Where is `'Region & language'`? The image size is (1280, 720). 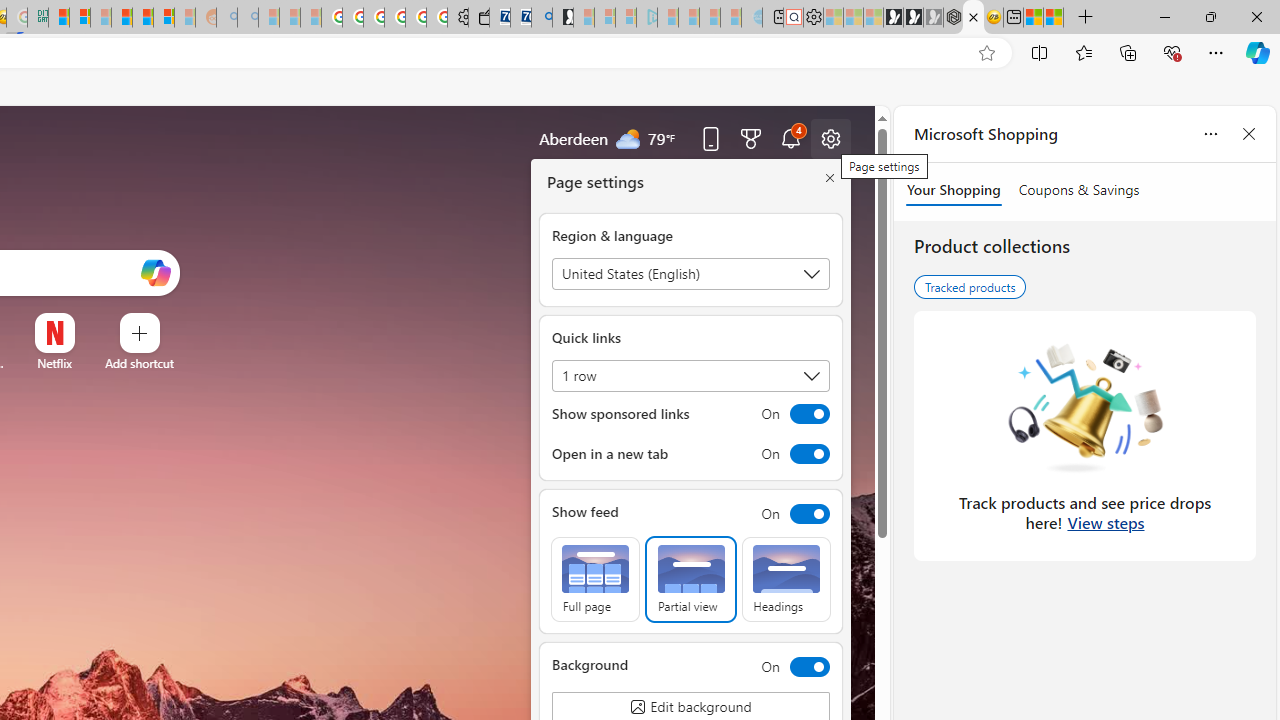
'Region & language' is located at coordinates (690, 273).